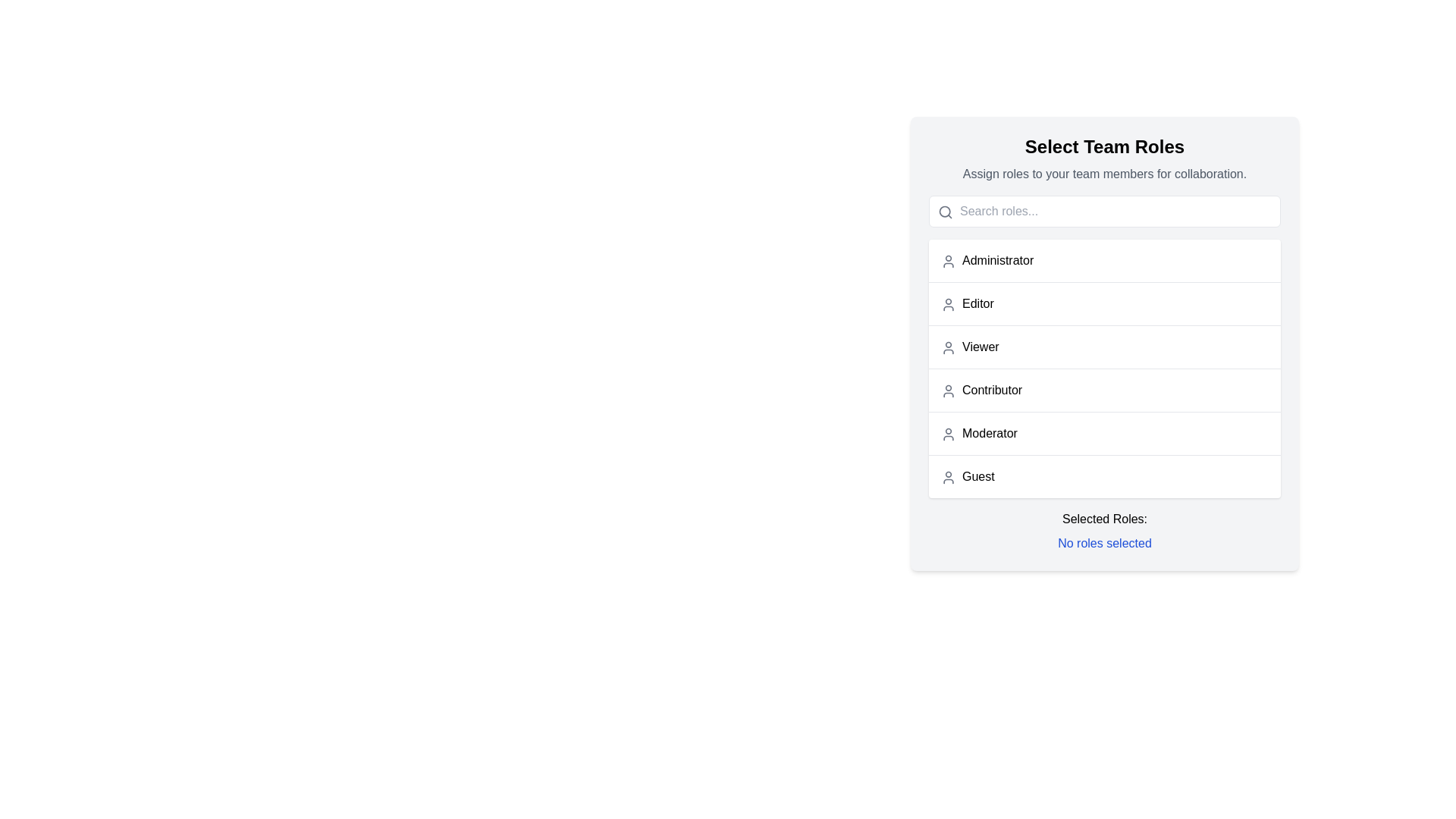 The image size is (1456, 819). What do you see at coordinates (1105, 519) in the screenshot?
I see `the text label that displays 'Selected Roles:' which is located inside the 'Select Team Roles' panel, above the 'No roles selected' text` at bounding box center [1105, 519].